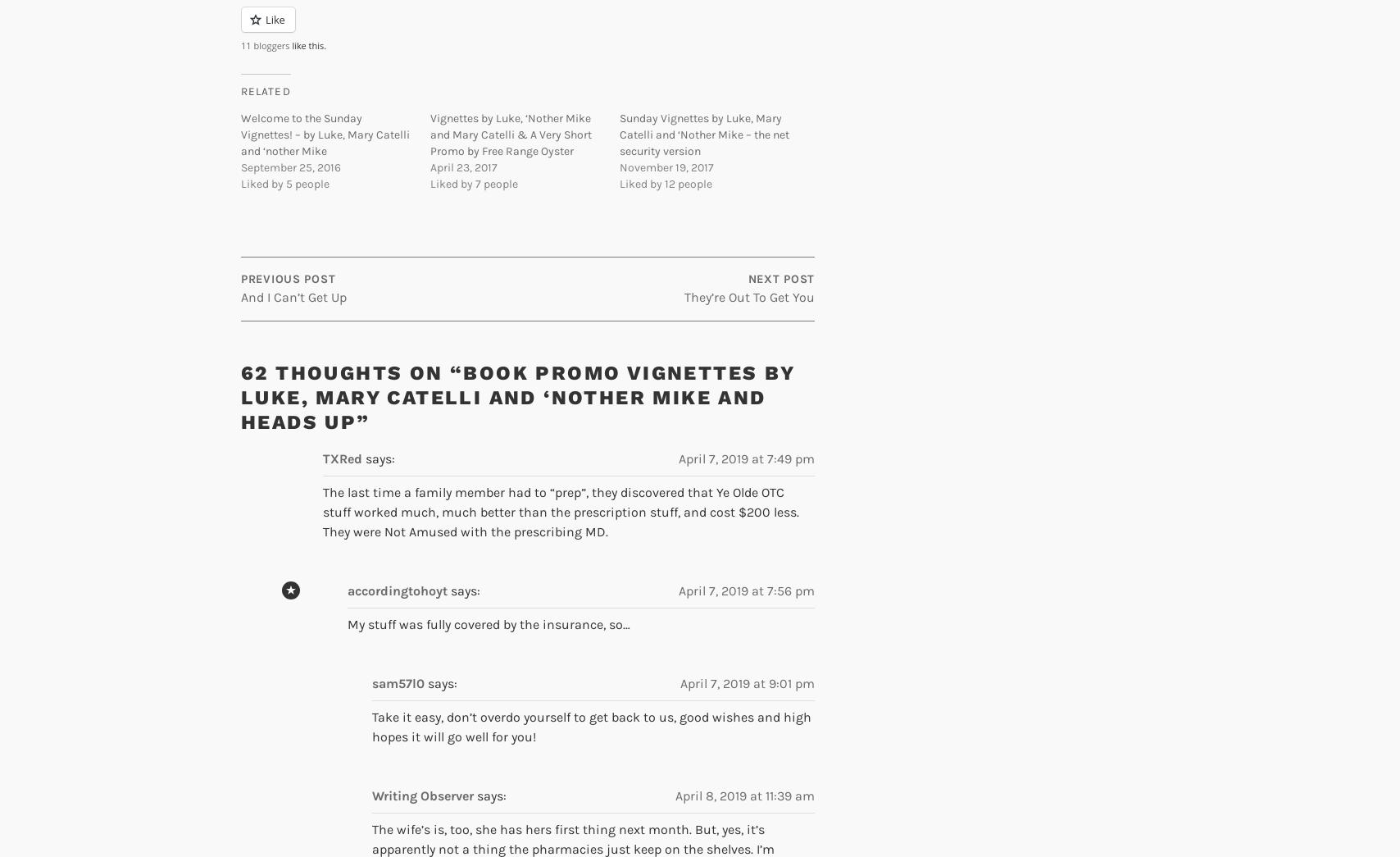  I want to click on 'TXRed', so click(323, 458).